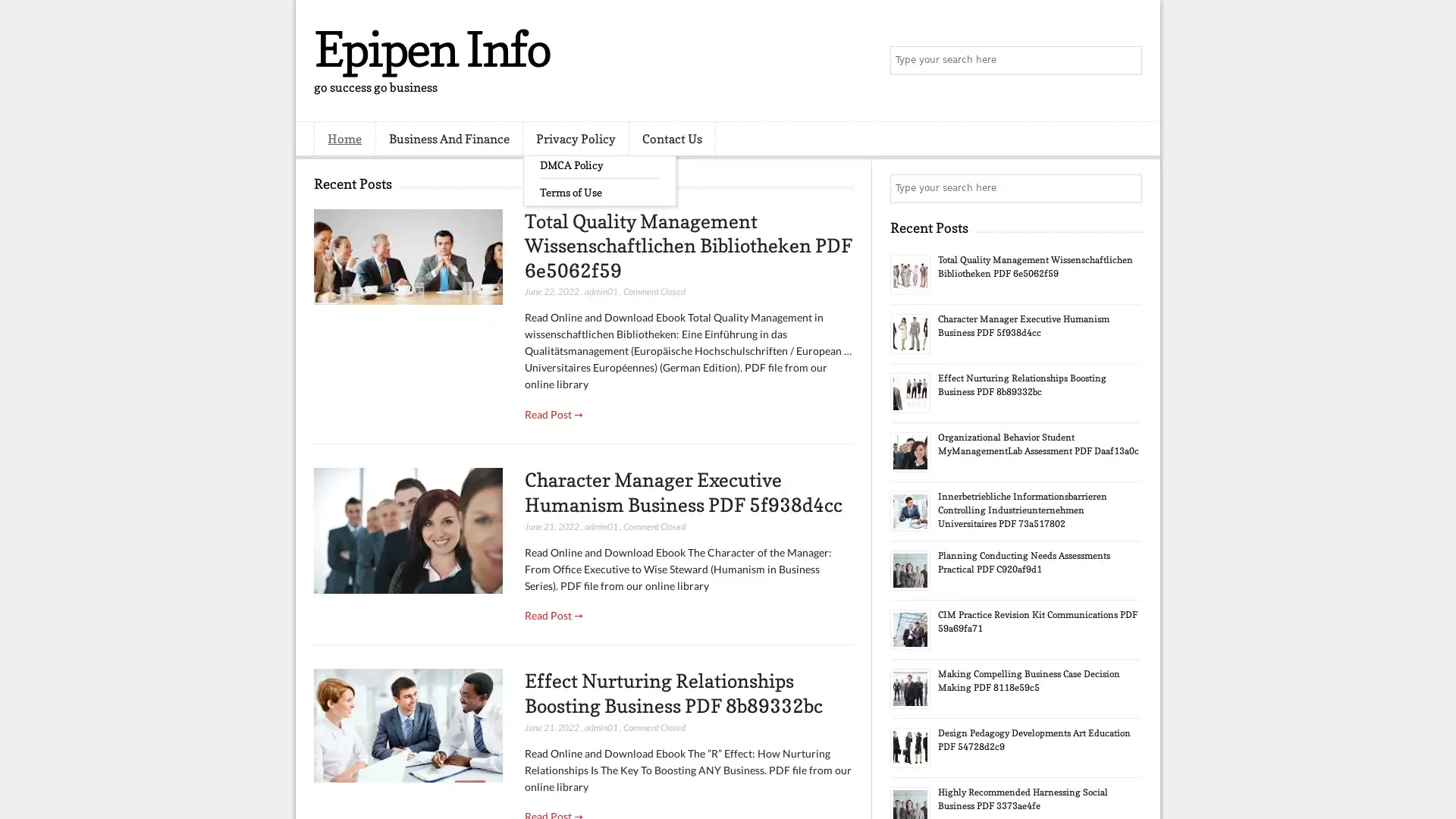 The height and width of the screenshot is (819, 1456). I want to click on Search, so click(1126, 61).